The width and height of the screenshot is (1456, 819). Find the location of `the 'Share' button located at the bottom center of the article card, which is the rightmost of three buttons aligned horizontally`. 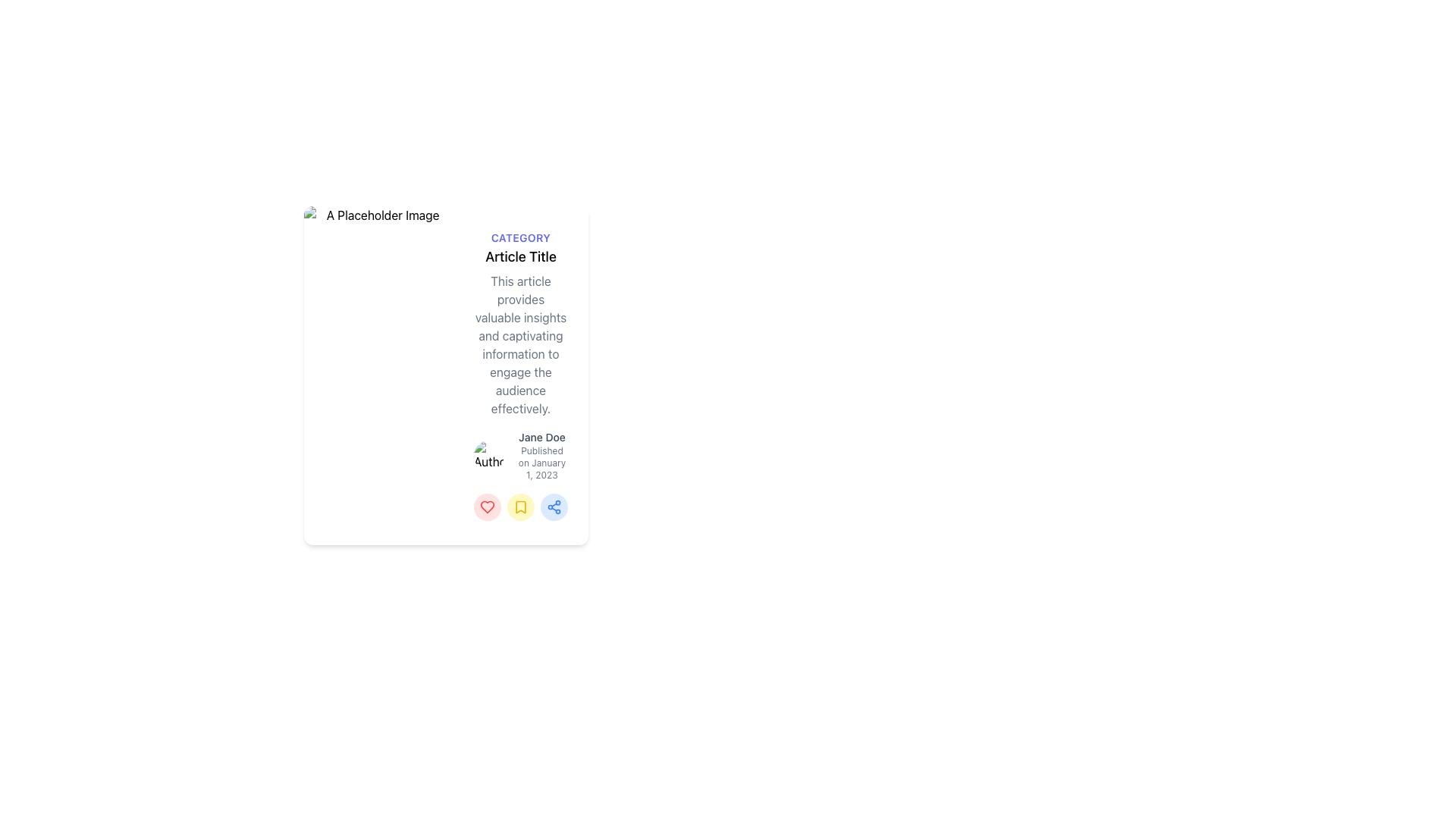

the 'Share' button located at the bottom center of the article card, which is the rightmost of three buttons aligned horizontally is located at coordinates (553, 506).